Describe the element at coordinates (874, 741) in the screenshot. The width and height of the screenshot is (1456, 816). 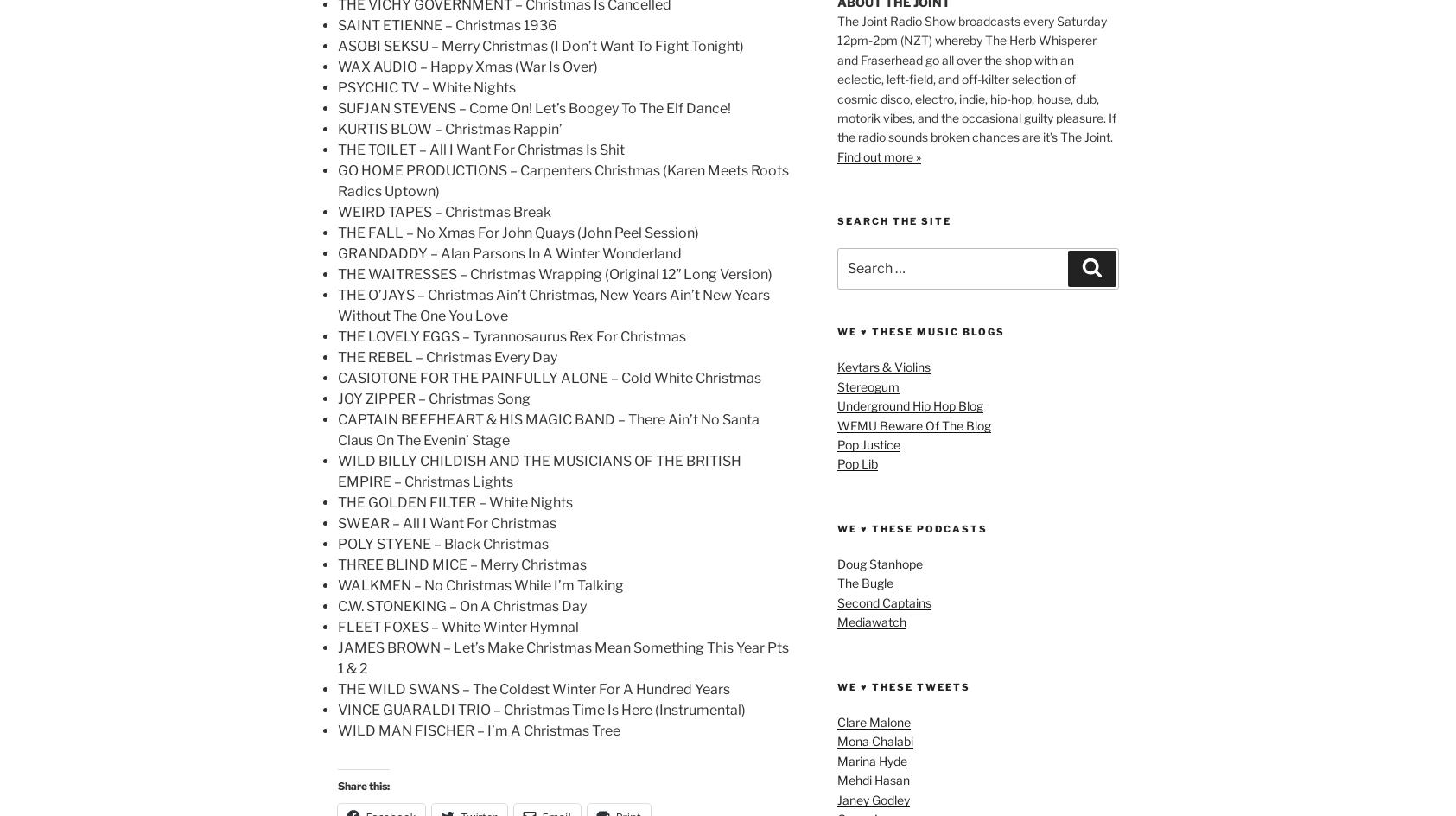
I see `'Mona Chalabi'` at that location.